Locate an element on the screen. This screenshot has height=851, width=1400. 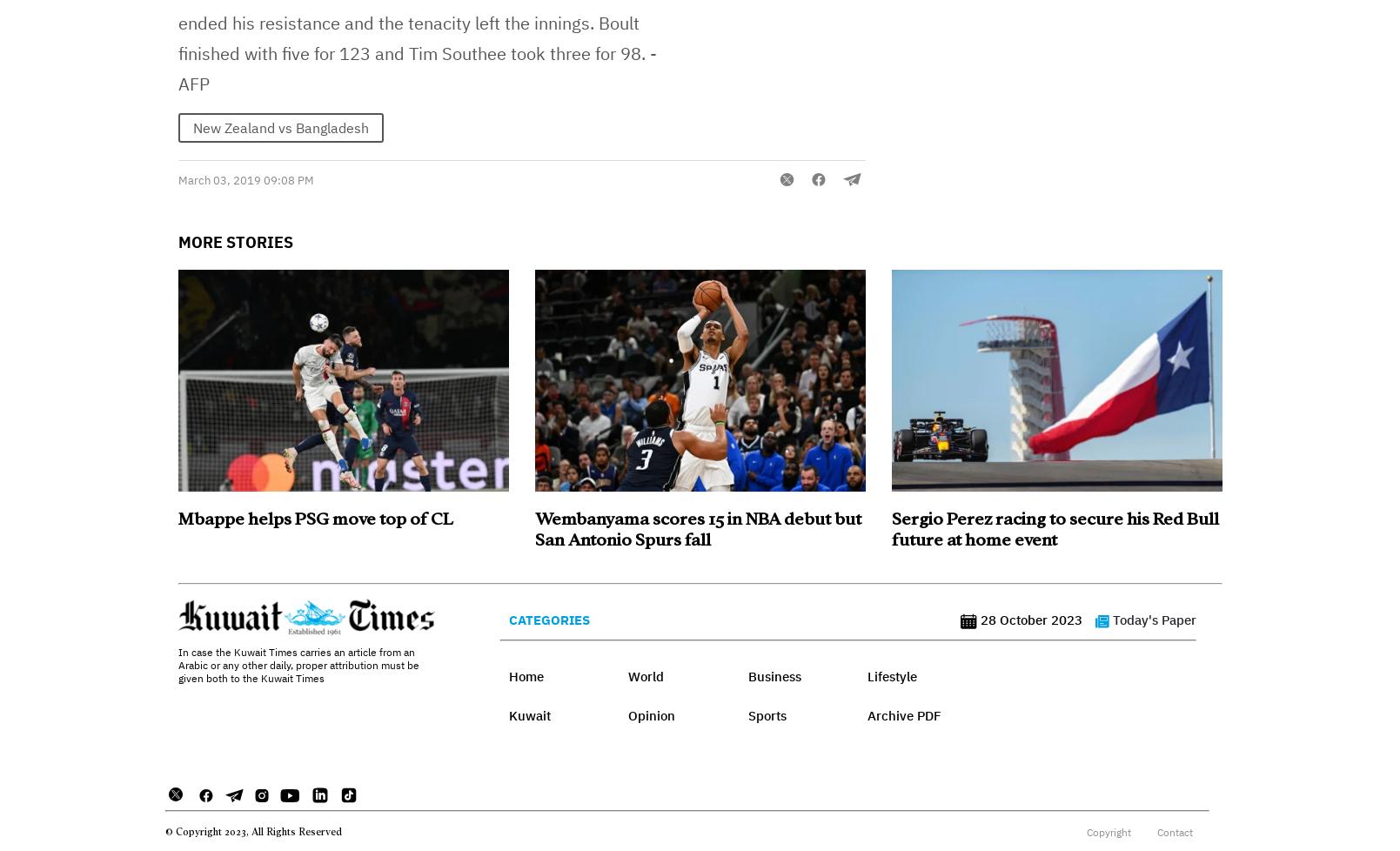
'In case the Kuwait Times
                                carries
                                an article
                                from an
                                Arabic or any other
                                daily, proper attribution
                                must be given both to the Kuwait Times' is located at coordinates (298, 664).